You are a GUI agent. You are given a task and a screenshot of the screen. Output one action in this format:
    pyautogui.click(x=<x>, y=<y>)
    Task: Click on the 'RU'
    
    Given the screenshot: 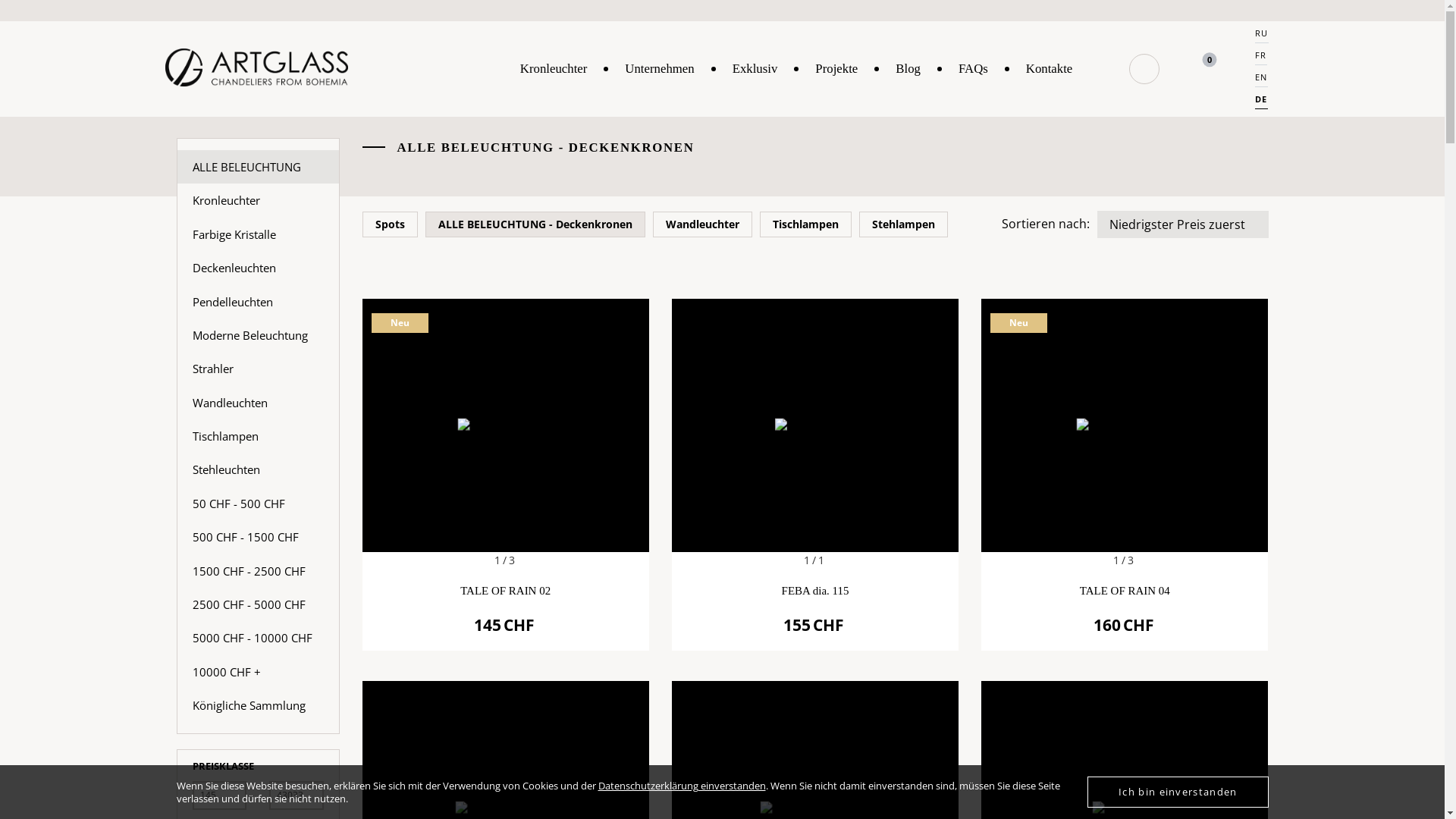 What is the action you would take?
    pyautogui.click(x=1261, y=35)
    